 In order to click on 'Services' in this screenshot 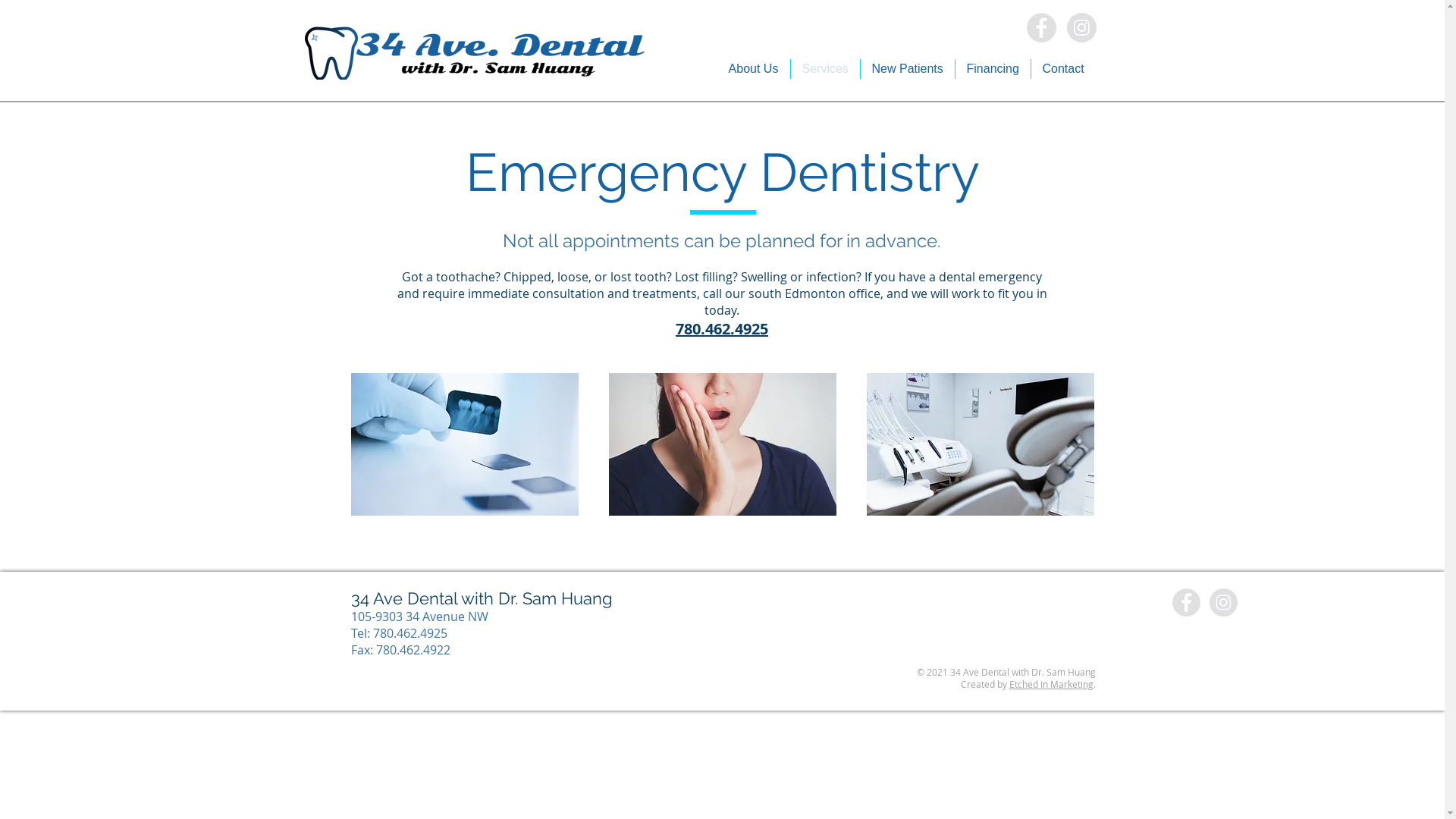, I will do `click(824, 69)`.